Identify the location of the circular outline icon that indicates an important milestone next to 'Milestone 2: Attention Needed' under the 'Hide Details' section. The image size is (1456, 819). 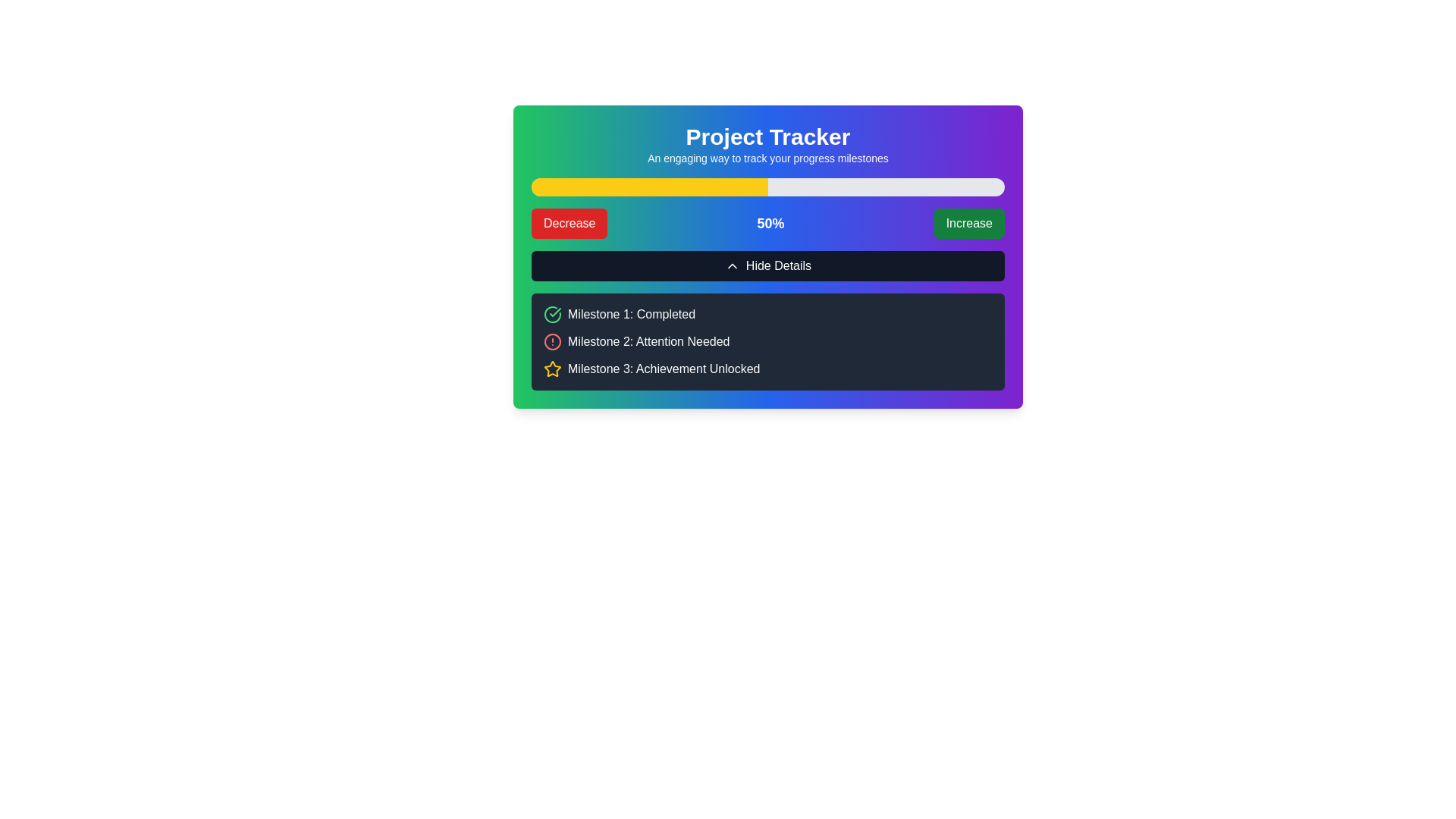
(552, 342).